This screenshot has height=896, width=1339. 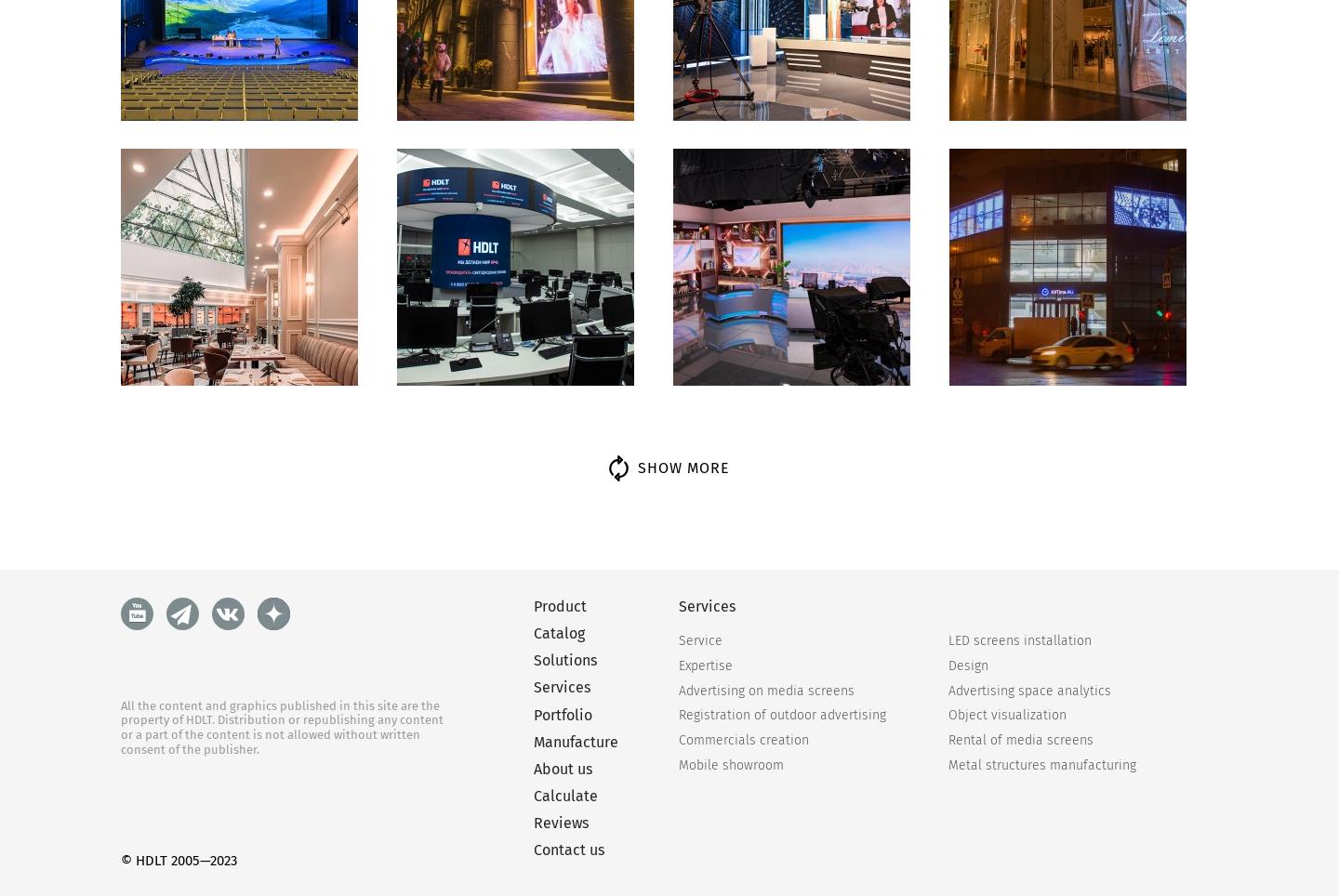 I want to click on 'Wi-Fi module', so click(x=1098, y=816).